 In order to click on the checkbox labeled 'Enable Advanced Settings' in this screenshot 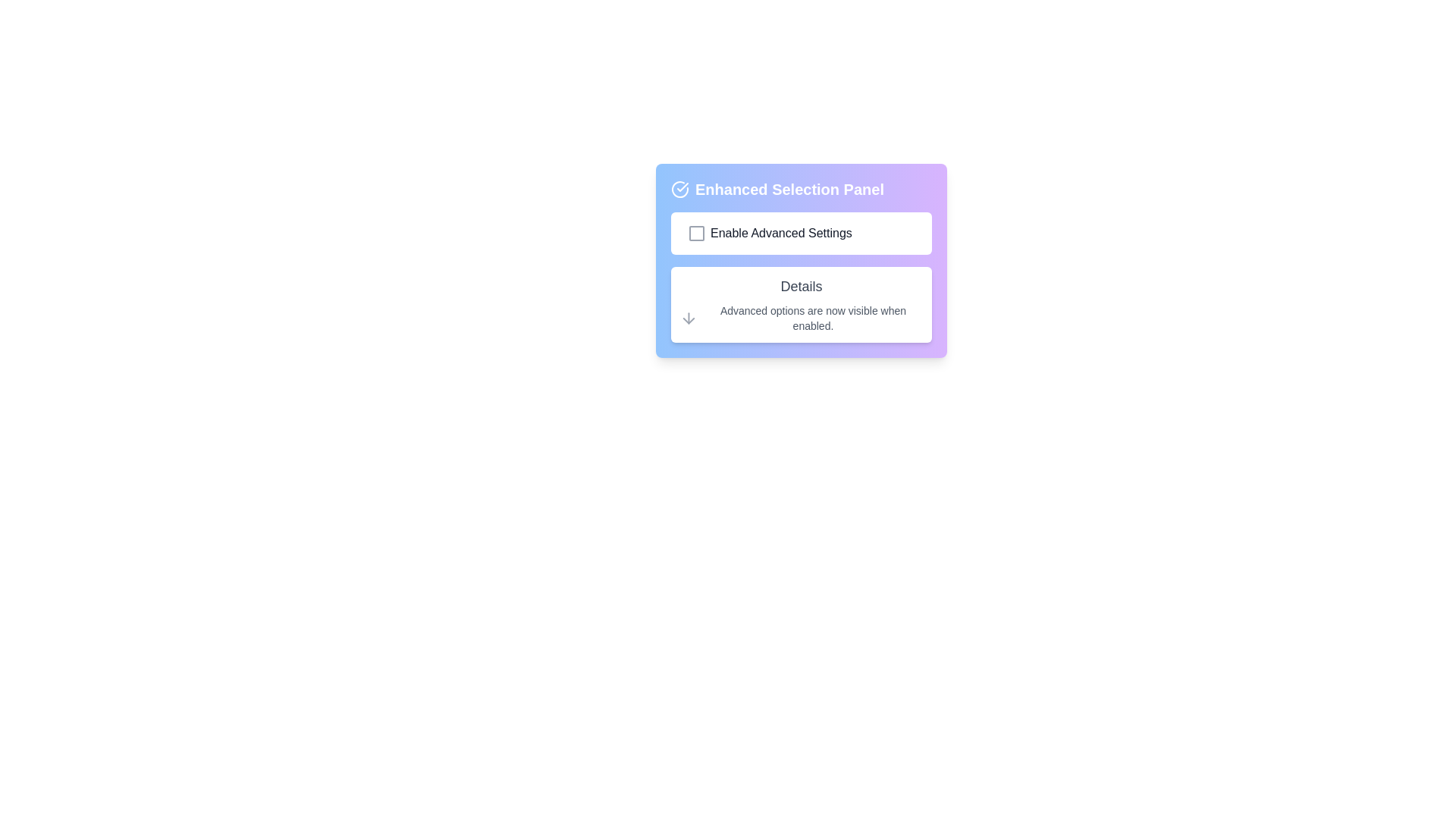, I will do `click(800, 234)`.